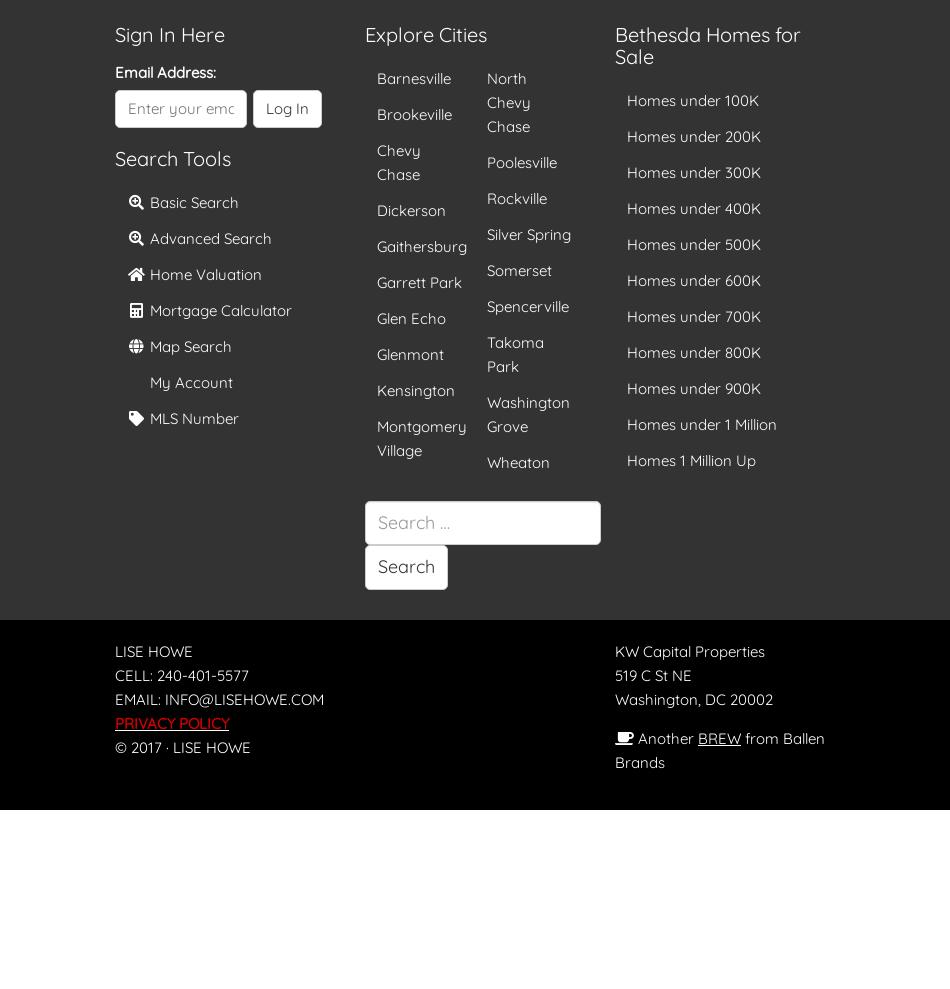 Image resolution: width=950 pixels, height=989 pixels. Describe the element at coordinates (528, 413) in the screenshot. I see `'Washington Grove'` at that location.